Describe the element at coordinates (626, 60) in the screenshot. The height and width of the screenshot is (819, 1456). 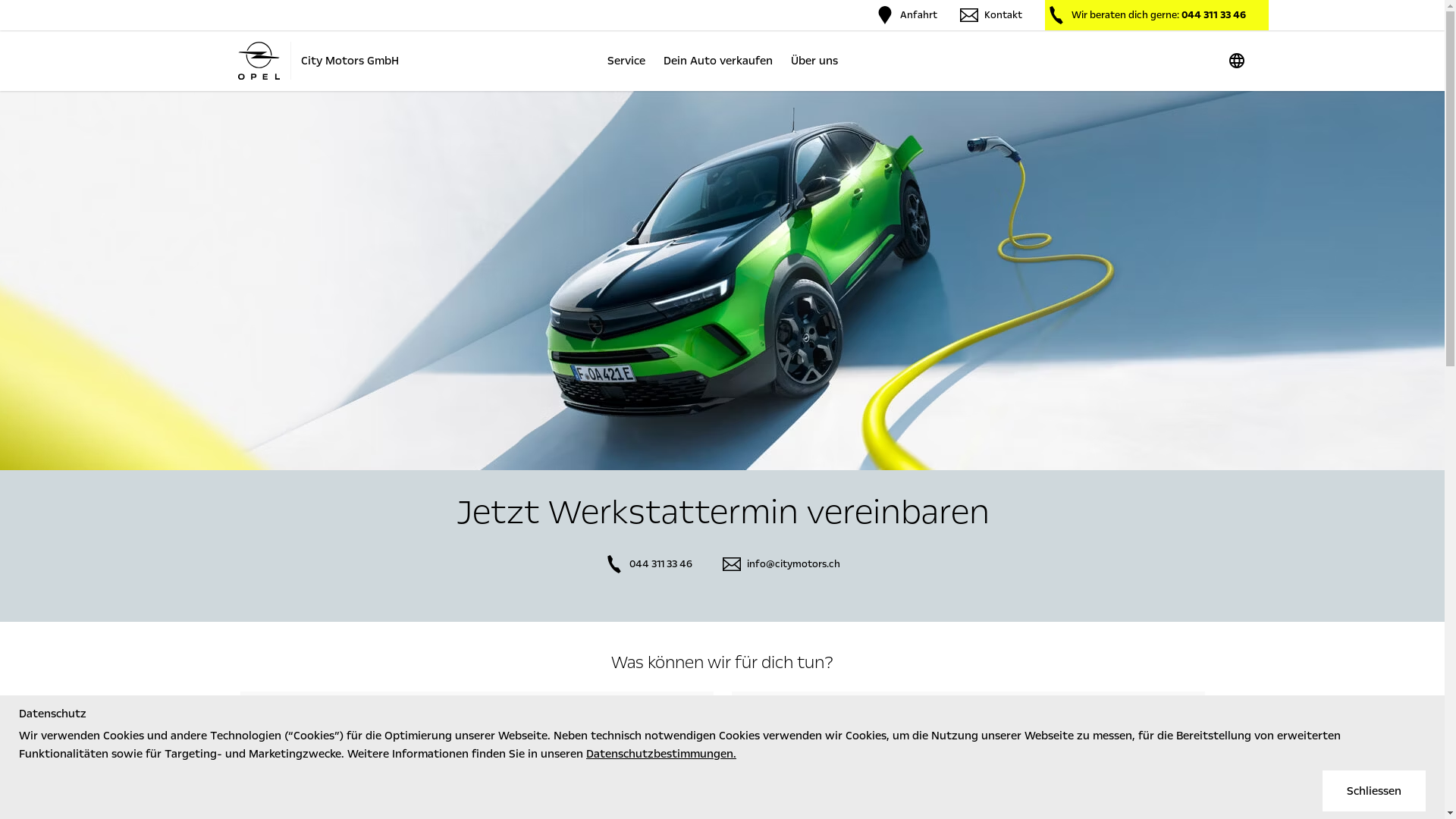
I see `'Service'` at that location.